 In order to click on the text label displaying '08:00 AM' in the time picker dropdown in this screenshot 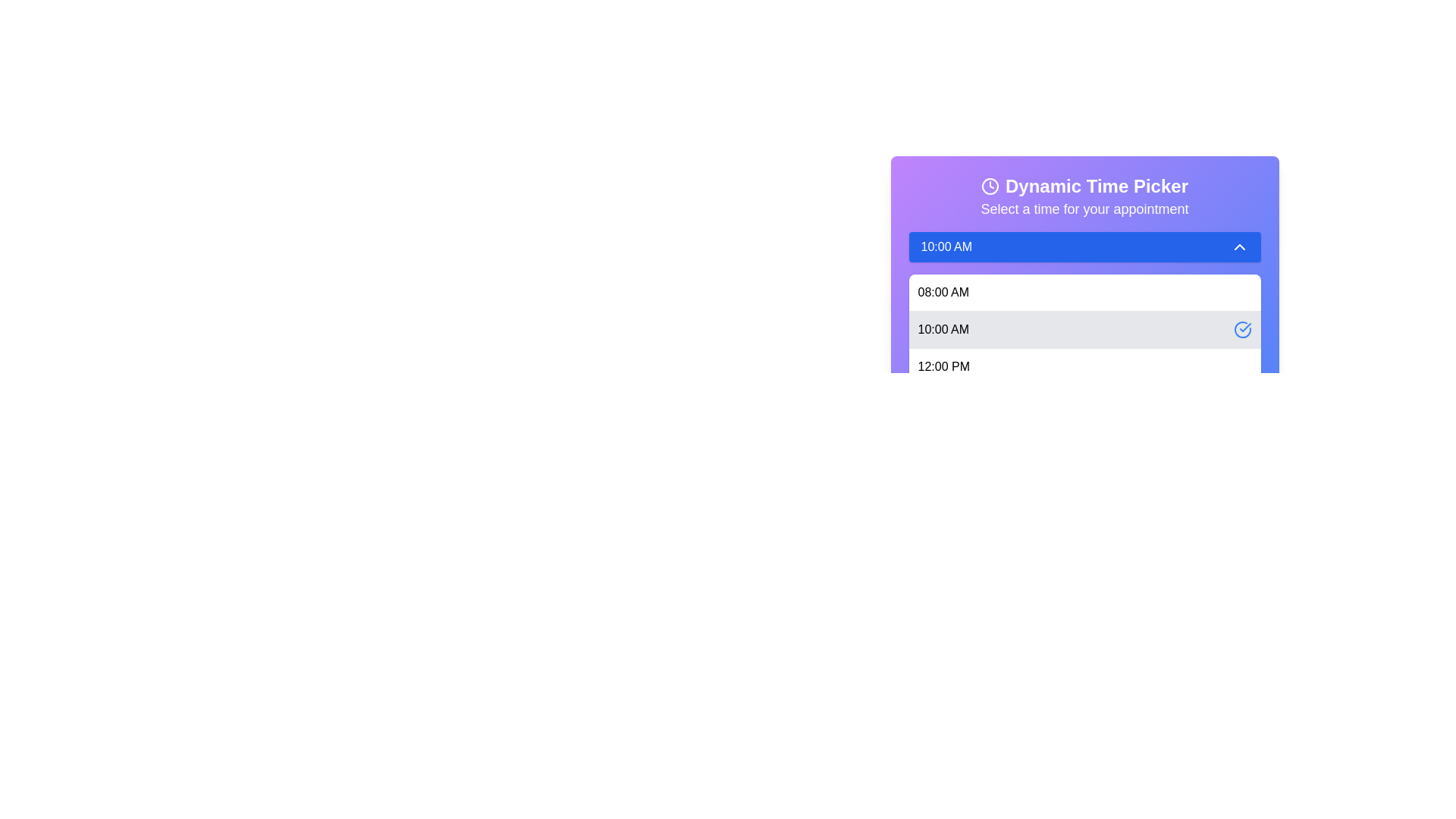, I will do `click(943, 292)`.